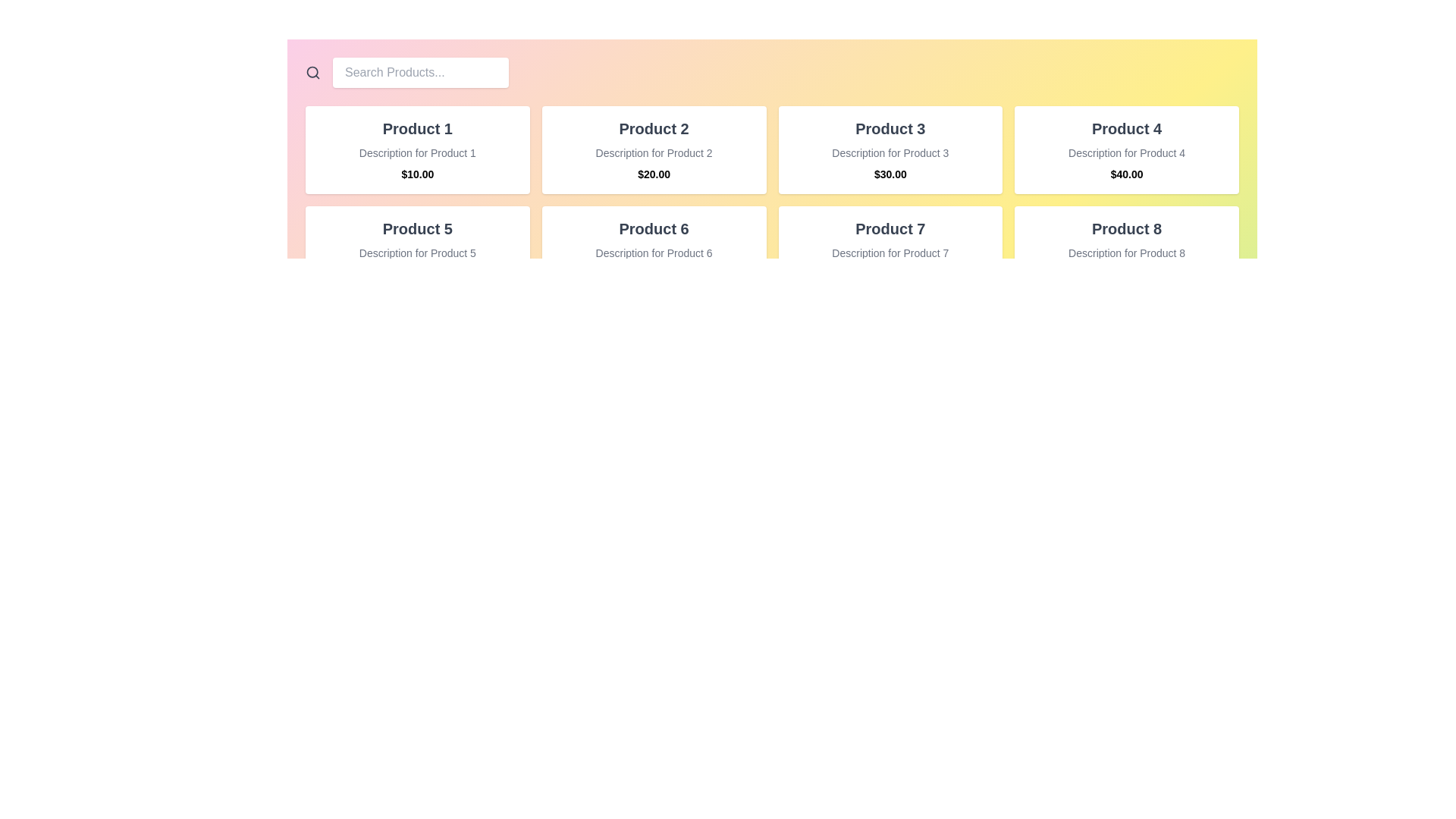  What do you see at coordinates (1127, 249) in the screenshot?
I see `the information card displaying details for 'Product 8', located in the bottom-right corner of the grid layout` at bounding box center [1127, 249].